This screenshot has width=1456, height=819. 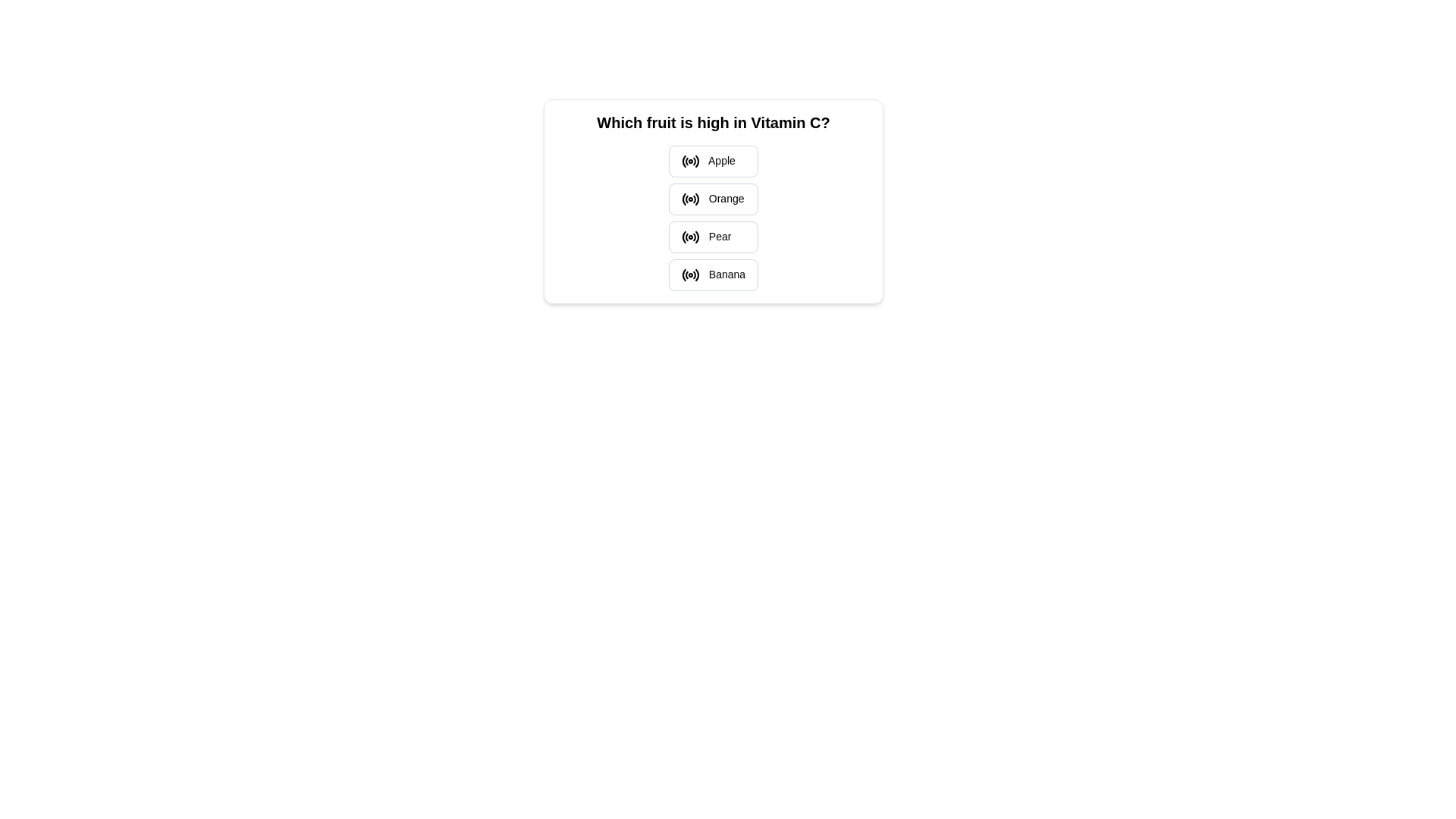 What do you see at coordinates (696, 237) in the screenshot?
I see `the visual component of the radio button graphic located within the third radio button for the 'Pear' option under the question 'Which fruit is high in Vitamin C?'` at bounding box center [696, 237].